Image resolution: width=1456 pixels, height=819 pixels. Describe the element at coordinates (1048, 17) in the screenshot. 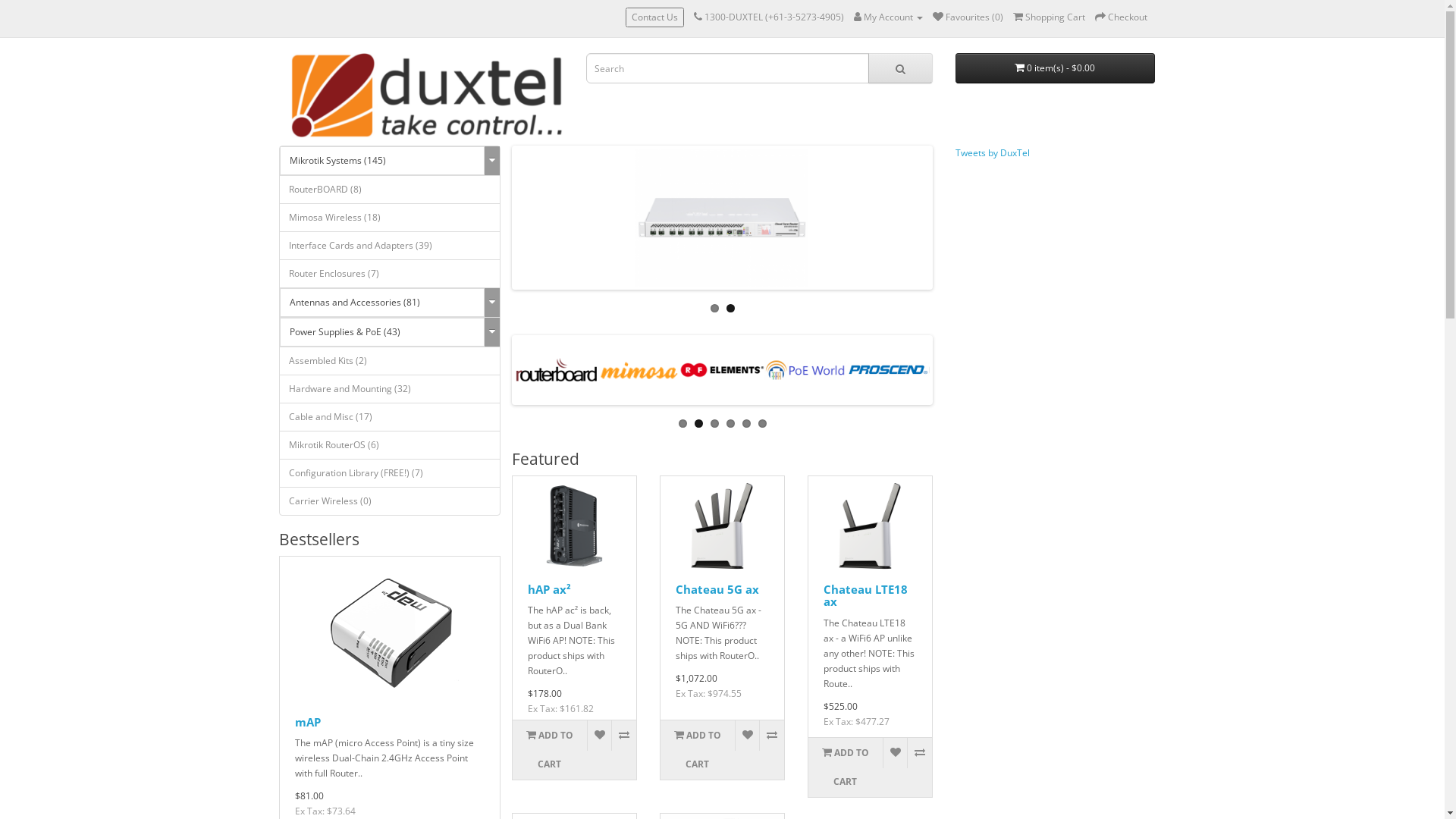

I see `'Shopping Cart'` at that location.